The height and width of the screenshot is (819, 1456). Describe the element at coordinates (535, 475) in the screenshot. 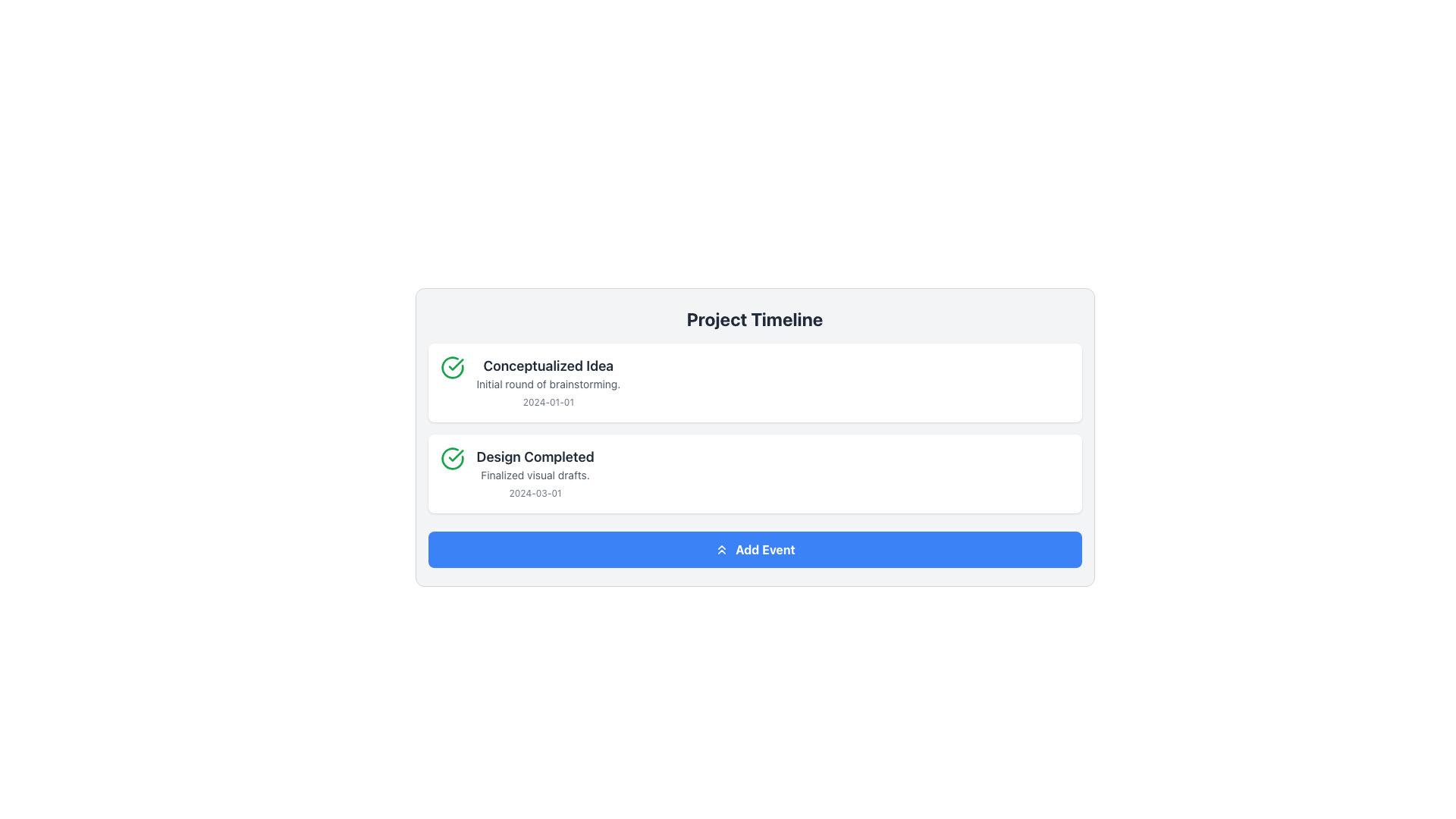

I see `the static text element that says 'Finalized visual drafts.' which is styled in gray and positioned below 'Design Completed' and above the date '2024-03-01'` at that location.